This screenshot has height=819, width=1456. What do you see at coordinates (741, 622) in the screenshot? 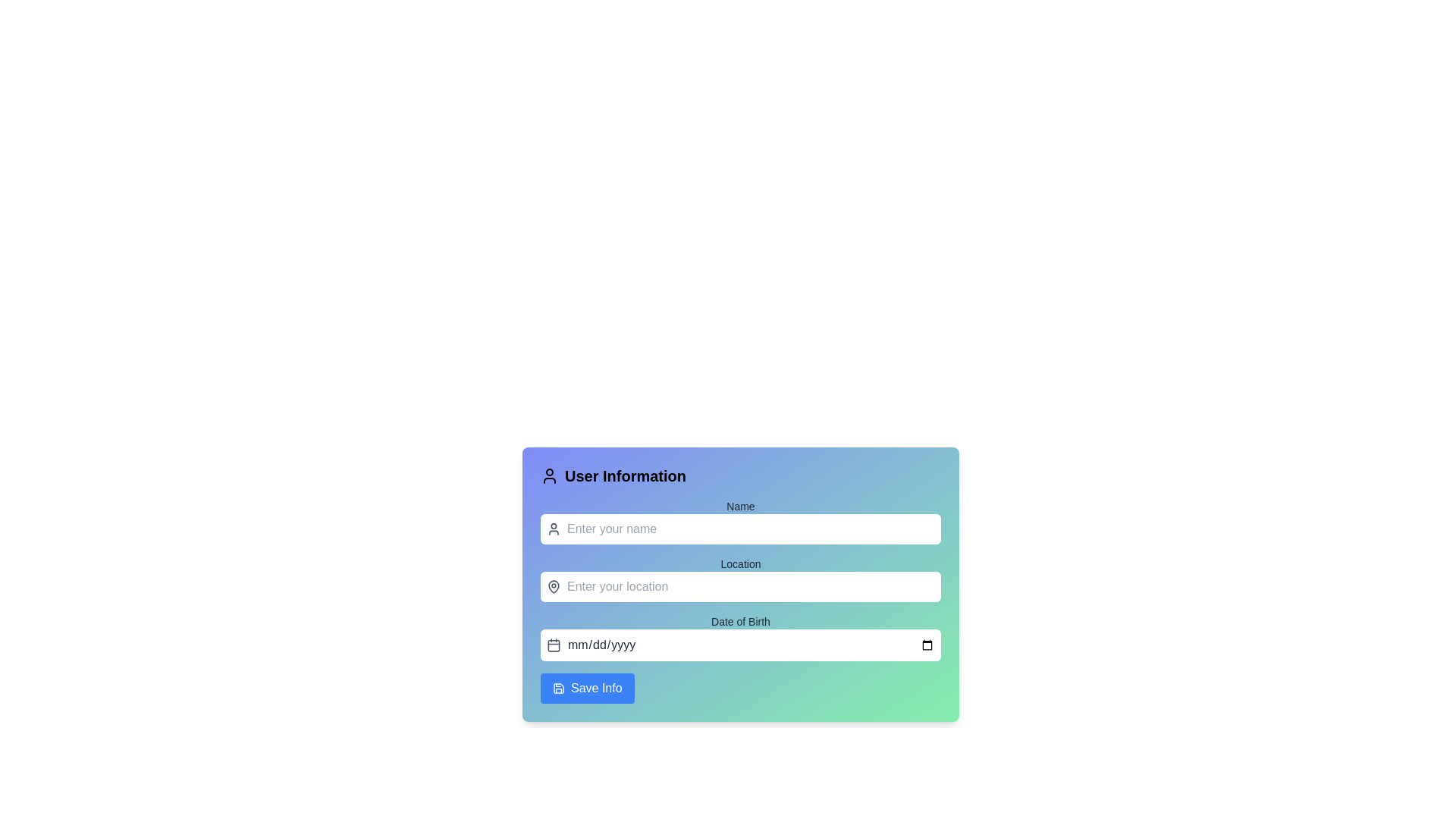
I see `the 'Date of Birth' text label in the 'User Information' form, which is displayed in medium-sized dark gray font` at bounding box center [741, 622].